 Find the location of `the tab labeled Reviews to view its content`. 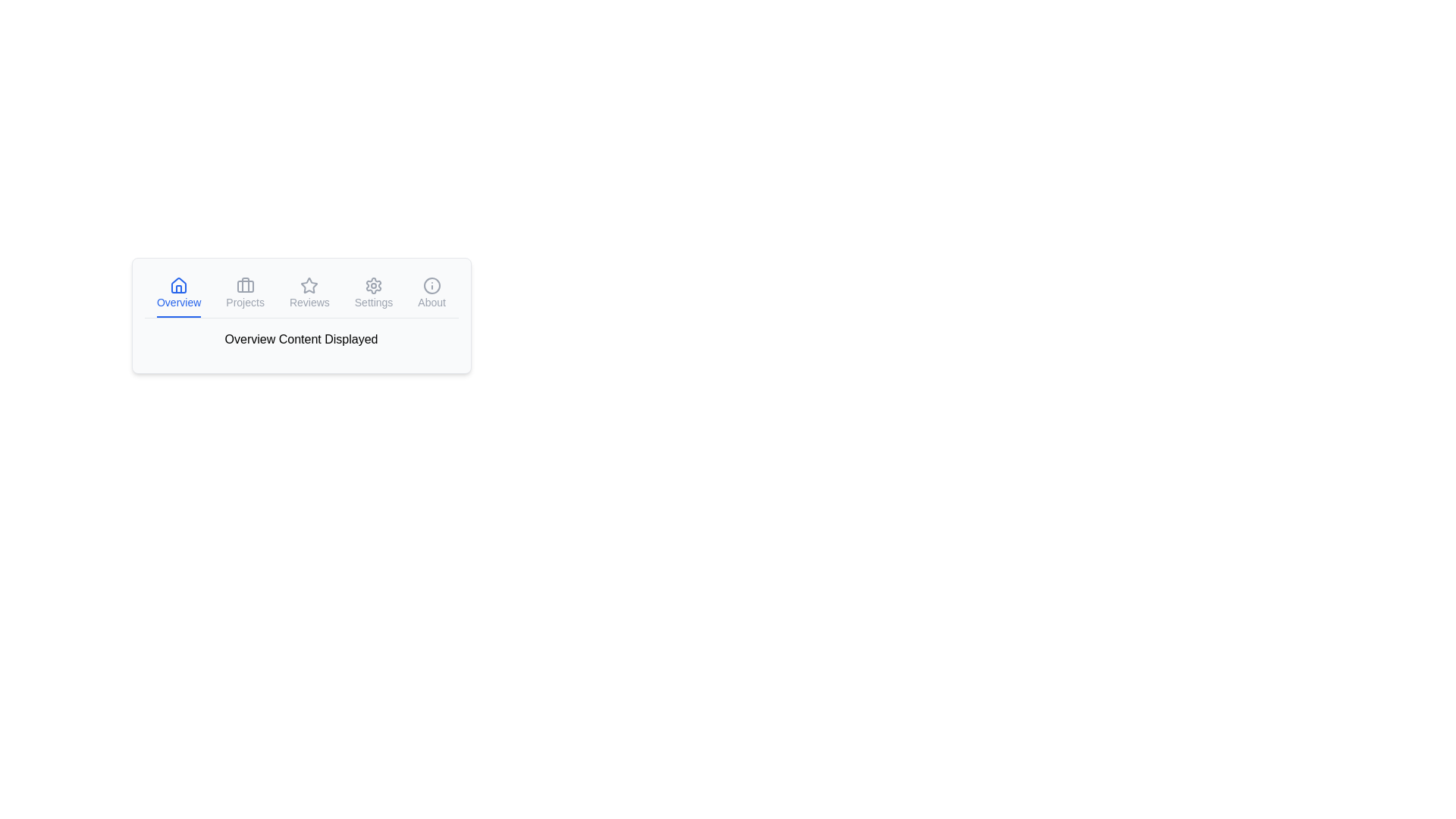

the tab labeled Reviews to view its content is located at coordinates (309, 294).